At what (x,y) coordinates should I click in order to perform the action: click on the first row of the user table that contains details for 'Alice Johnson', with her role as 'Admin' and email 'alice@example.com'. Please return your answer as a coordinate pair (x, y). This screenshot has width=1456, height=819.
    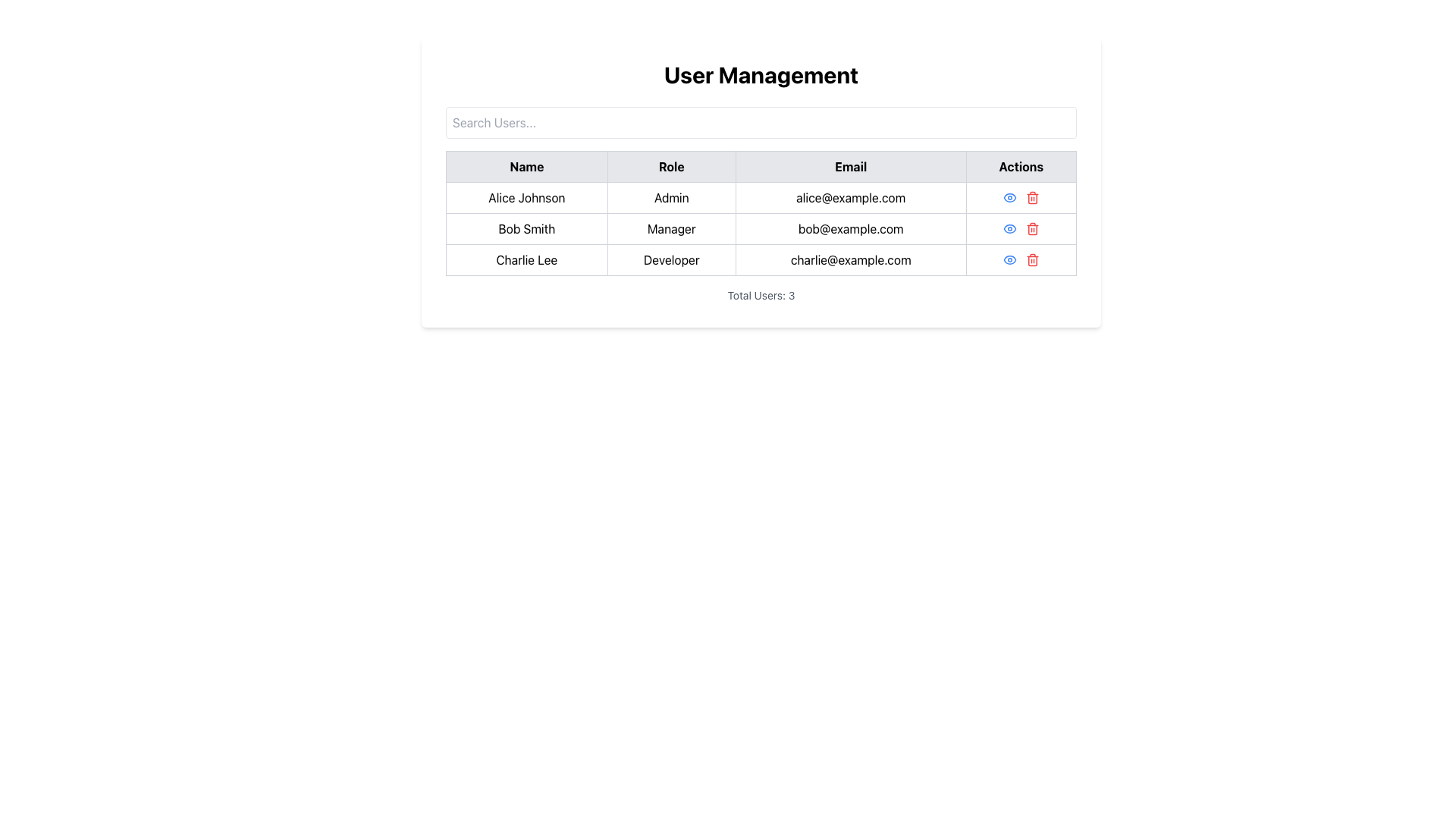
    Looking at the image, I should click on (761, 197).